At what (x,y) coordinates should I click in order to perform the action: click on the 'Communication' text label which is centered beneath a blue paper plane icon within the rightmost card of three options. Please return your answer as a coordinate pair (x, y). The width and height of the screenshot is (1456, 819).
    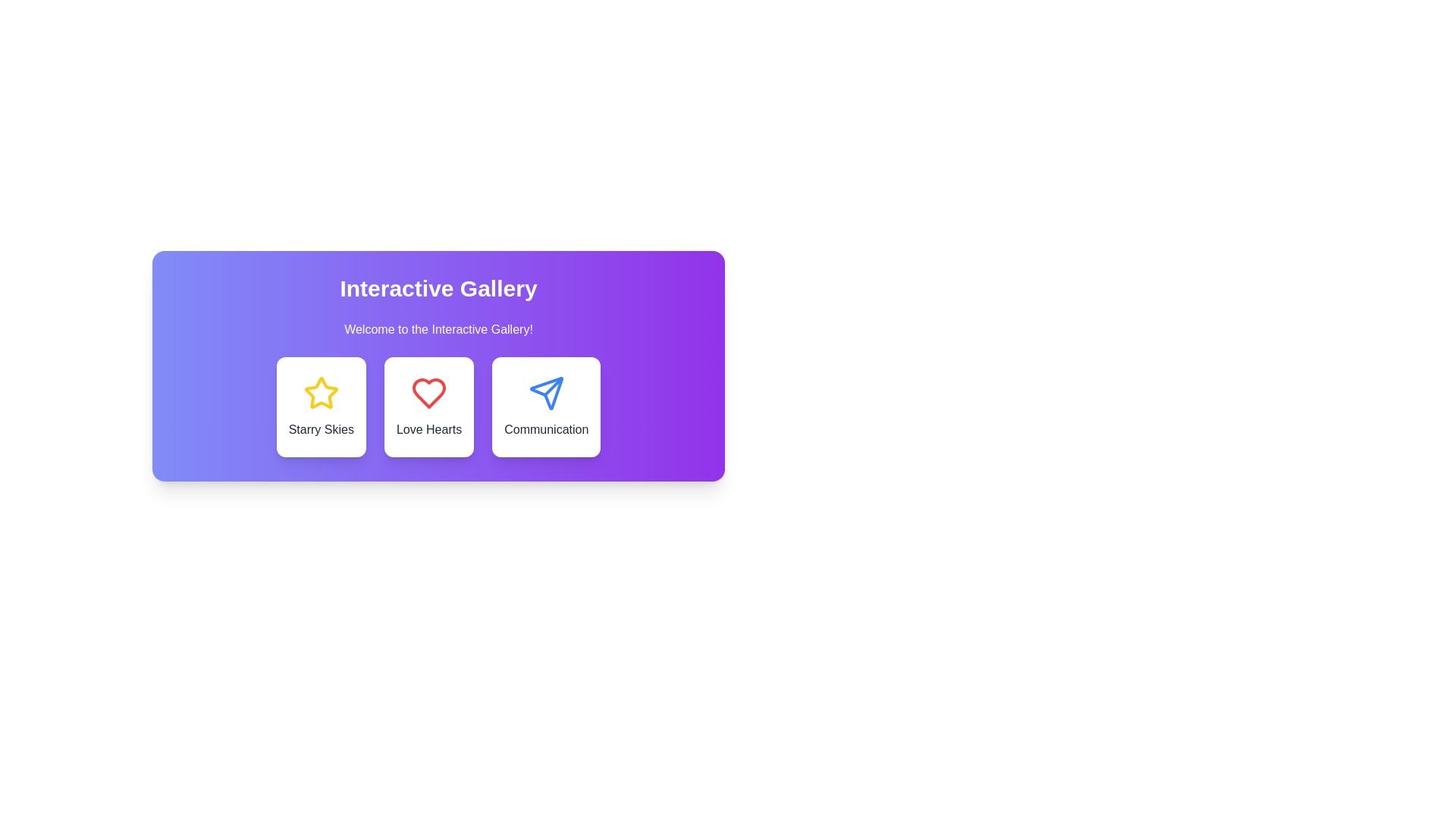
    Looking at the image, I should click on (546, 430).